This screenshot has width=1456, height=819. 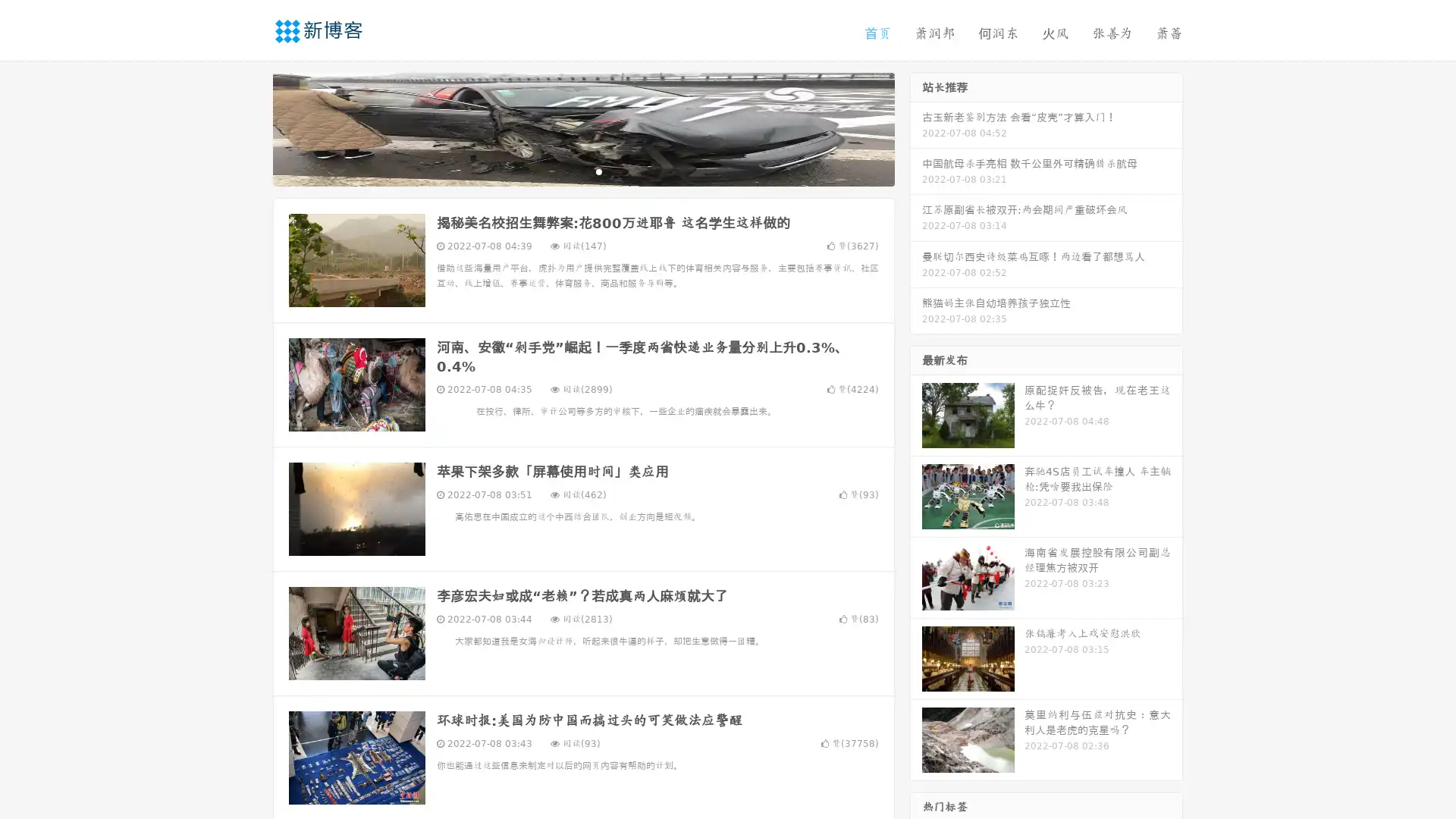 What do you see at coordinates (250, 127) in the screenshot?
I see `Previous slide` at bounding box center [250, 127].